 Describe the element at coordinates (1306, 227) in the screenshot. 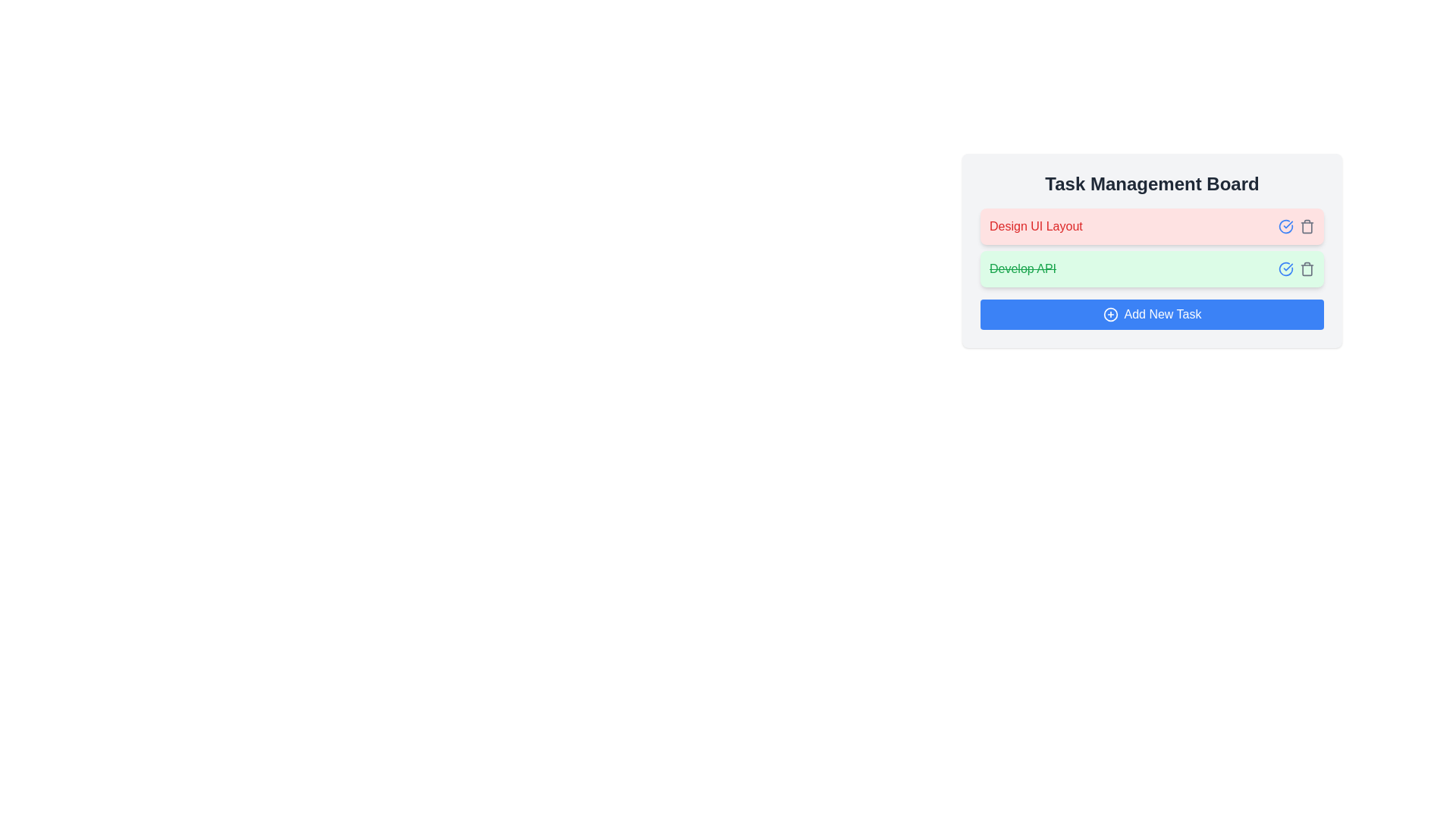

I see `the deletion button located as the second interactive icon to the right of the 'Design UI Layout' row in the 'Task Management Board'` at that location.